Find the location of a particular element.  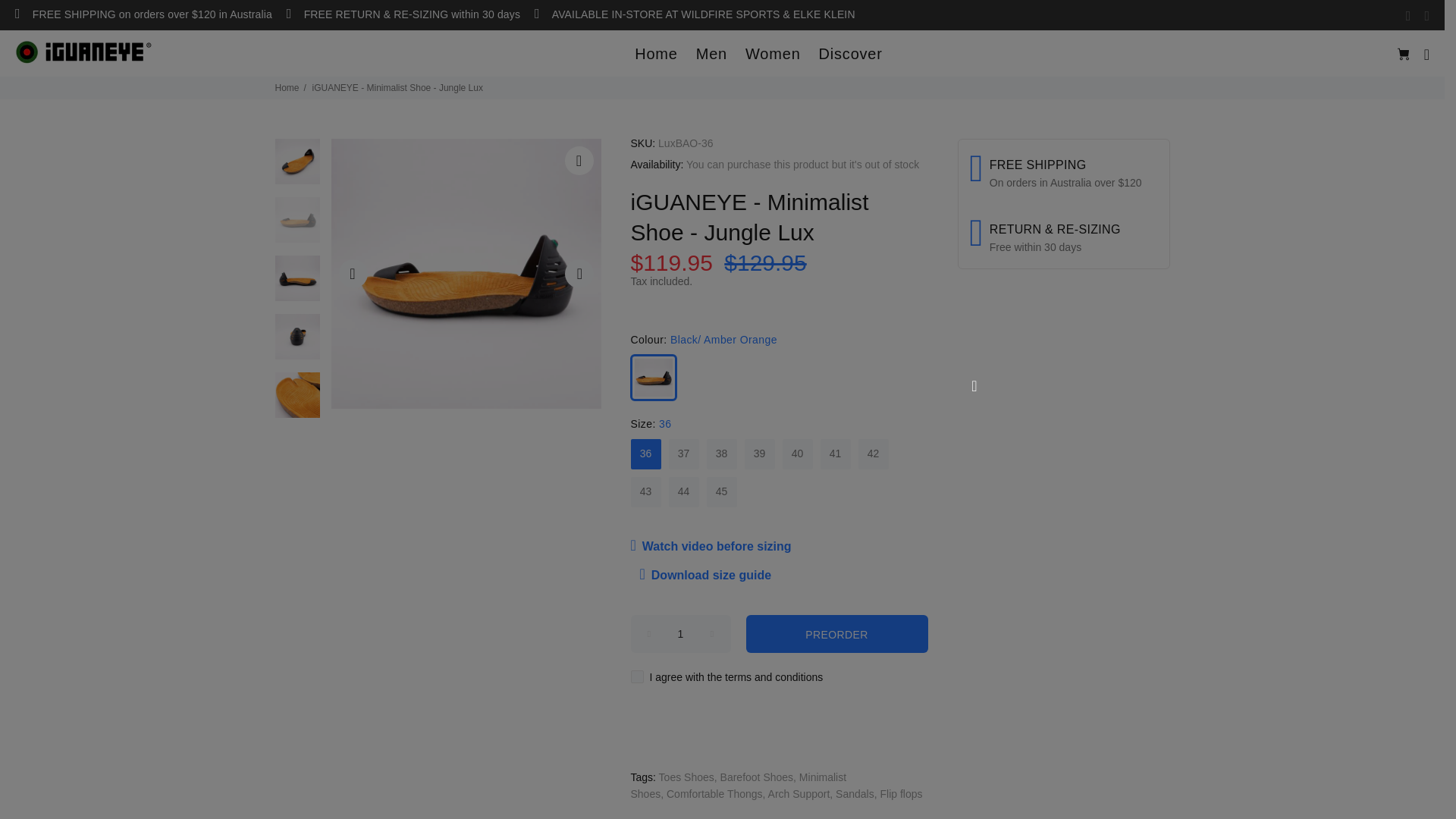

'37' is located at coordinates (683, 453).